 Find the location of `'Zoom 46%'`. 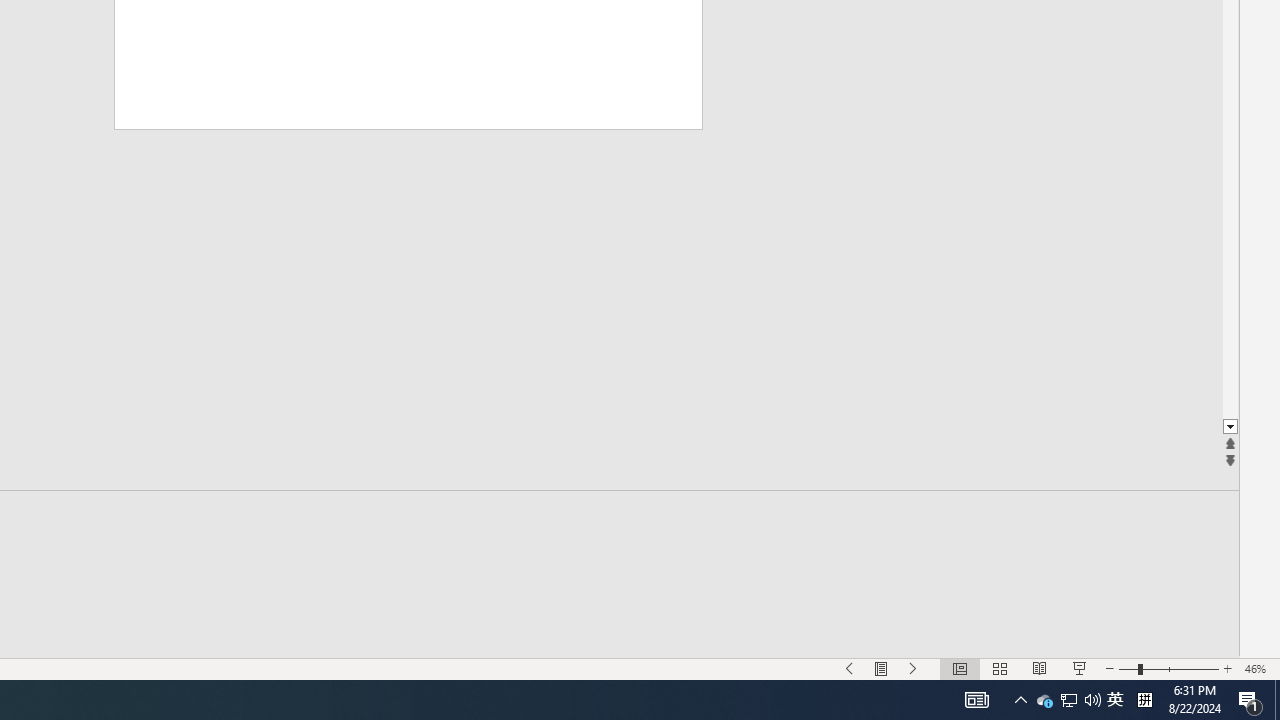

'Zoom 46%' is located at coordinates (1257, 669).